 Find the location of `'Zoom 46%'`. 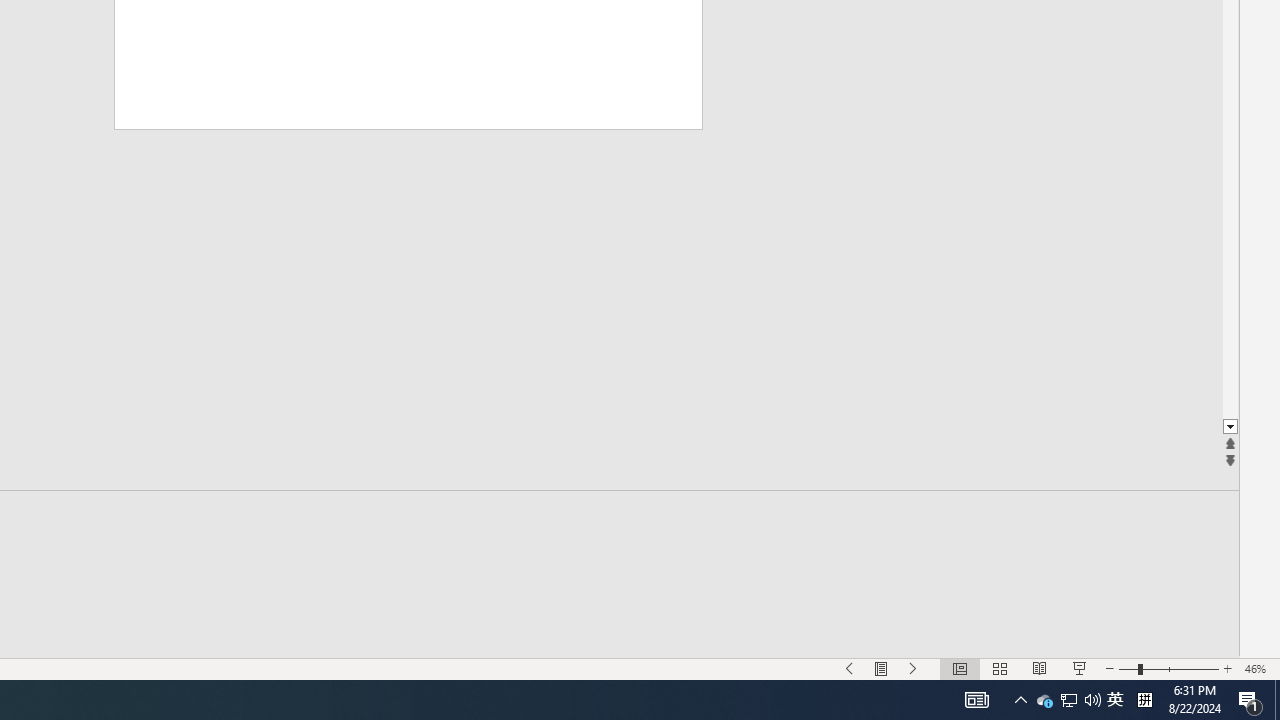

'Zoom 46%' is located at coordinates (1257, 669).